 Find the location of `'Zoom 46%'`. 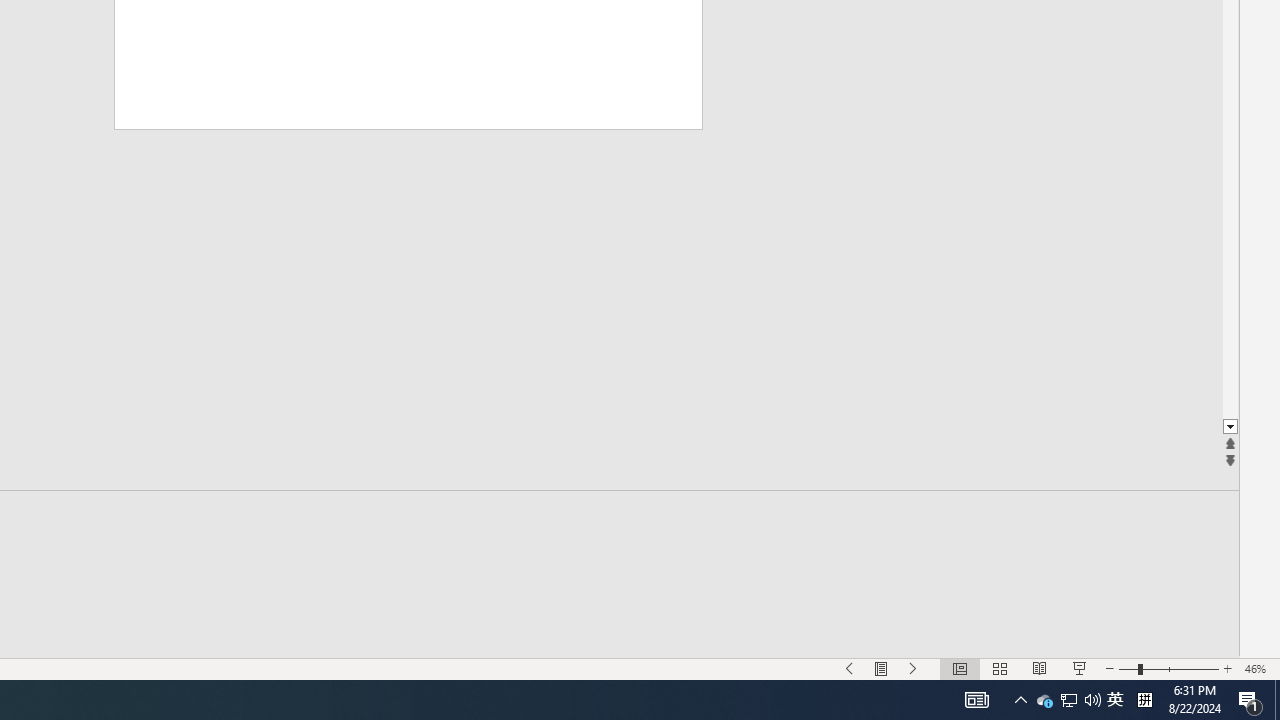

'Zoom 46%' is located at coordinates (1257, 669).